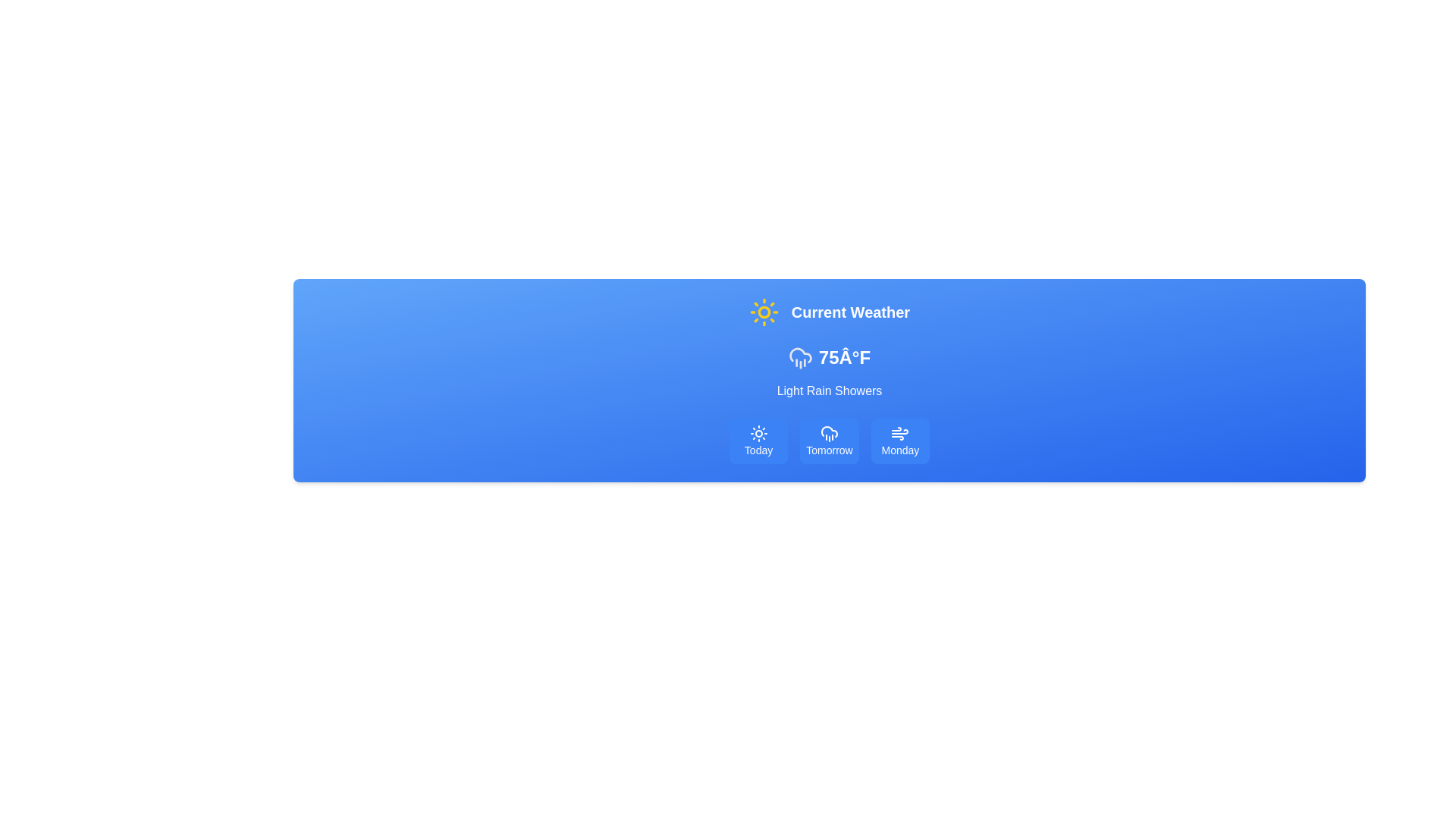  What do you see at coordinates (758, 433) in the screenshot?
I see `the sun-shaped icon, which has a circular center with radiating lines, located in the bottom-left corner of the 'Today' card within a blue panel` at bounding box center [758, 433].